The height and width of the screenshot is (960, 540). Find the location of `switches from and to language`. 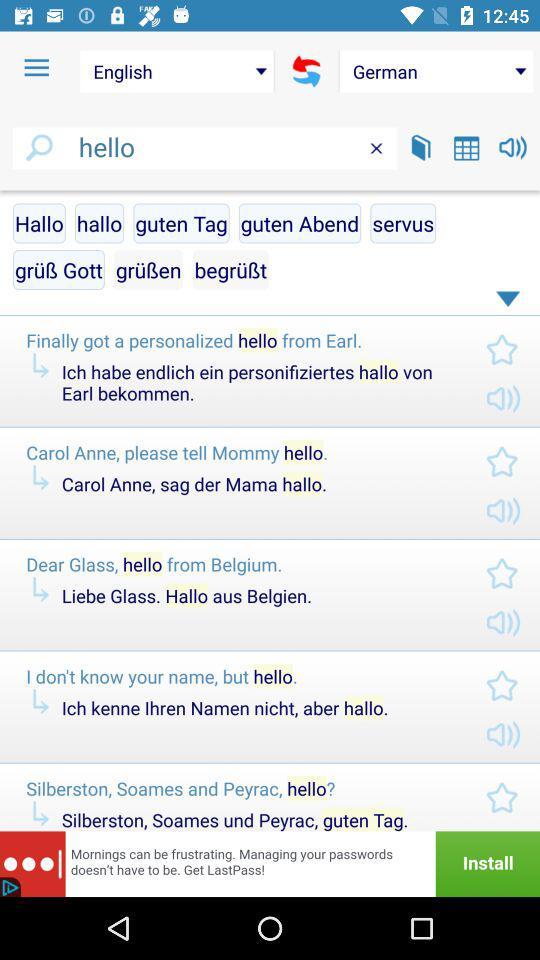

switches from and to language is located at coordinates (306, 71).